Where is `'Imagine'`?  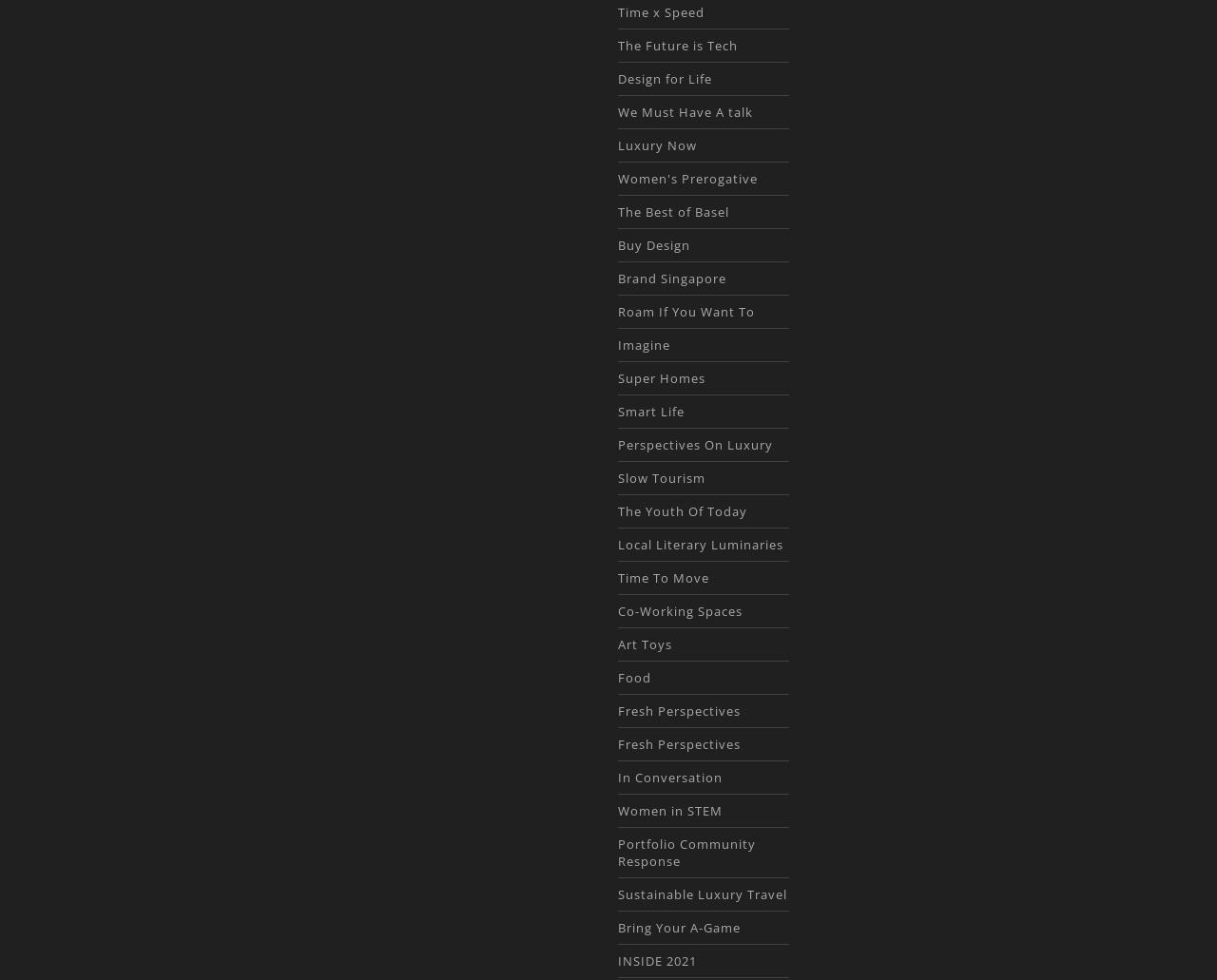
'Imagine' is located at coordinates (616, 344).